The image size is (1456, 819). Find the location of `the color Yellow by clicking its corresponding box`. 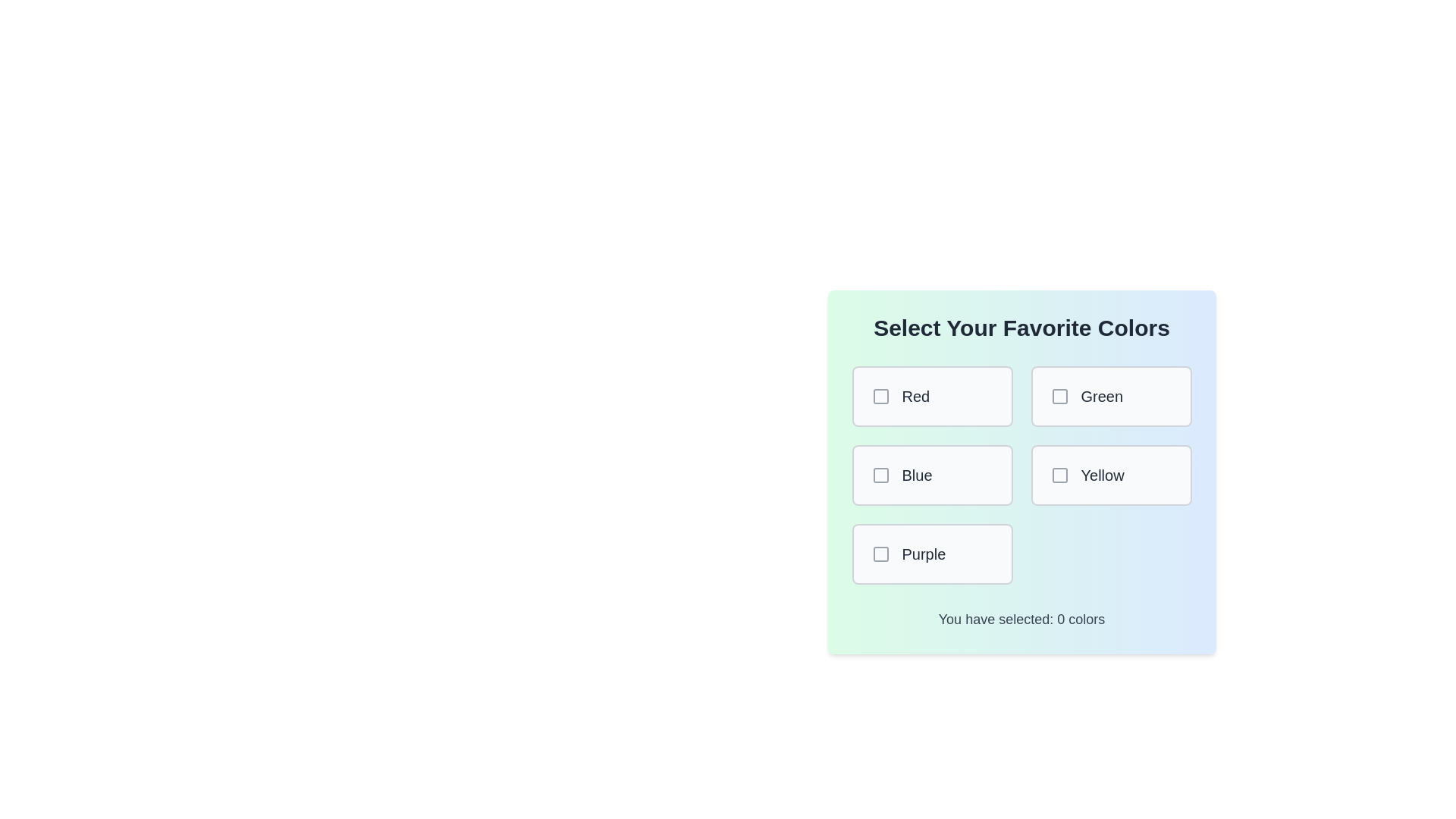

the color Yellow by clicking its corresponding box is located at coordinates (1111, 475).